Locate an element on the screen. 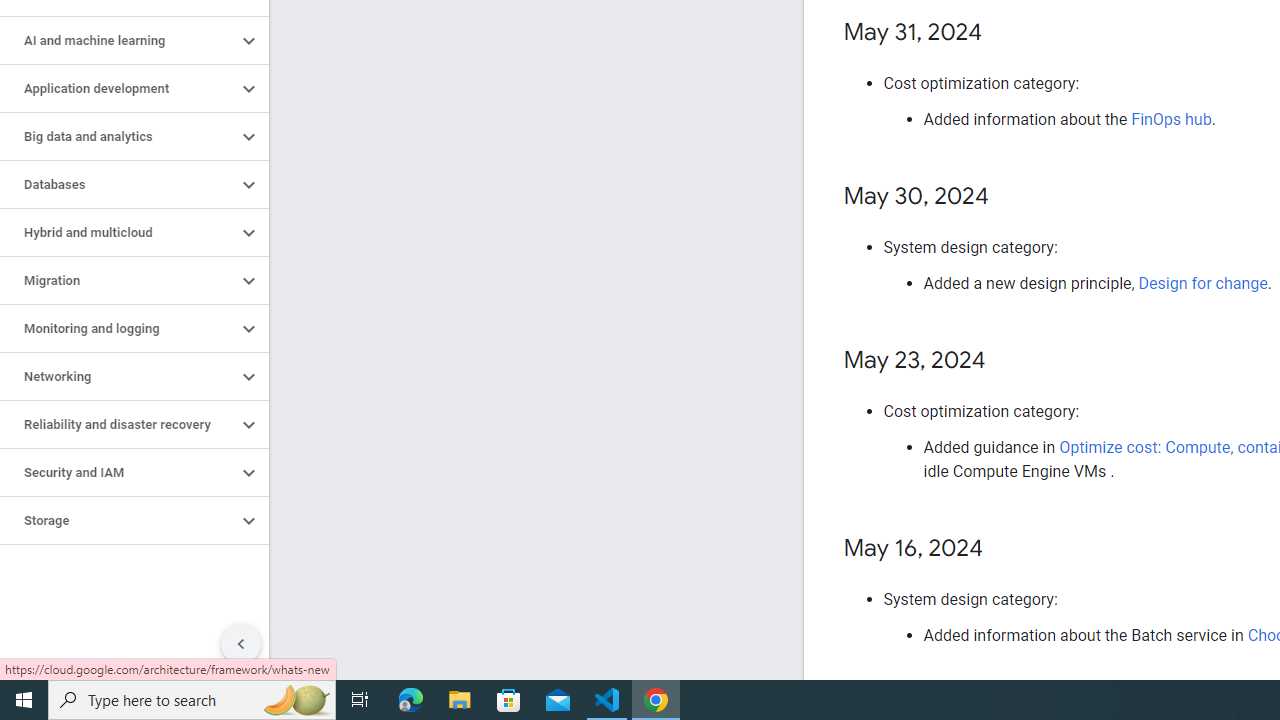 This screenshot has height=720, width=1280. 'Big data and analytics' is located at coordinates (117, 136).